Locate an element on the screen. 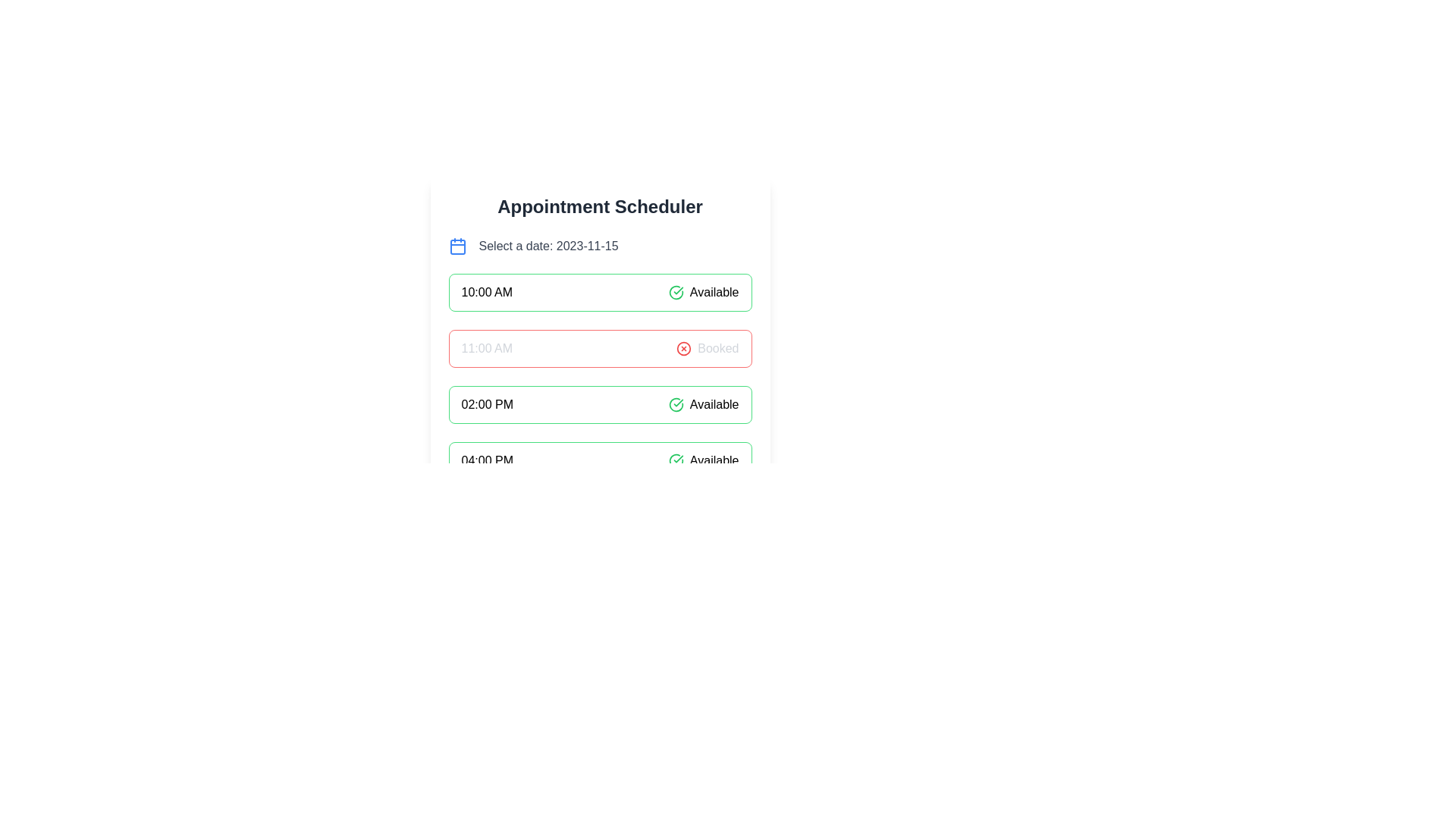 This screenshot has width=1456, height=819. the label 'Select a date:' with the calendar icon is located at coordinates (599, 245).